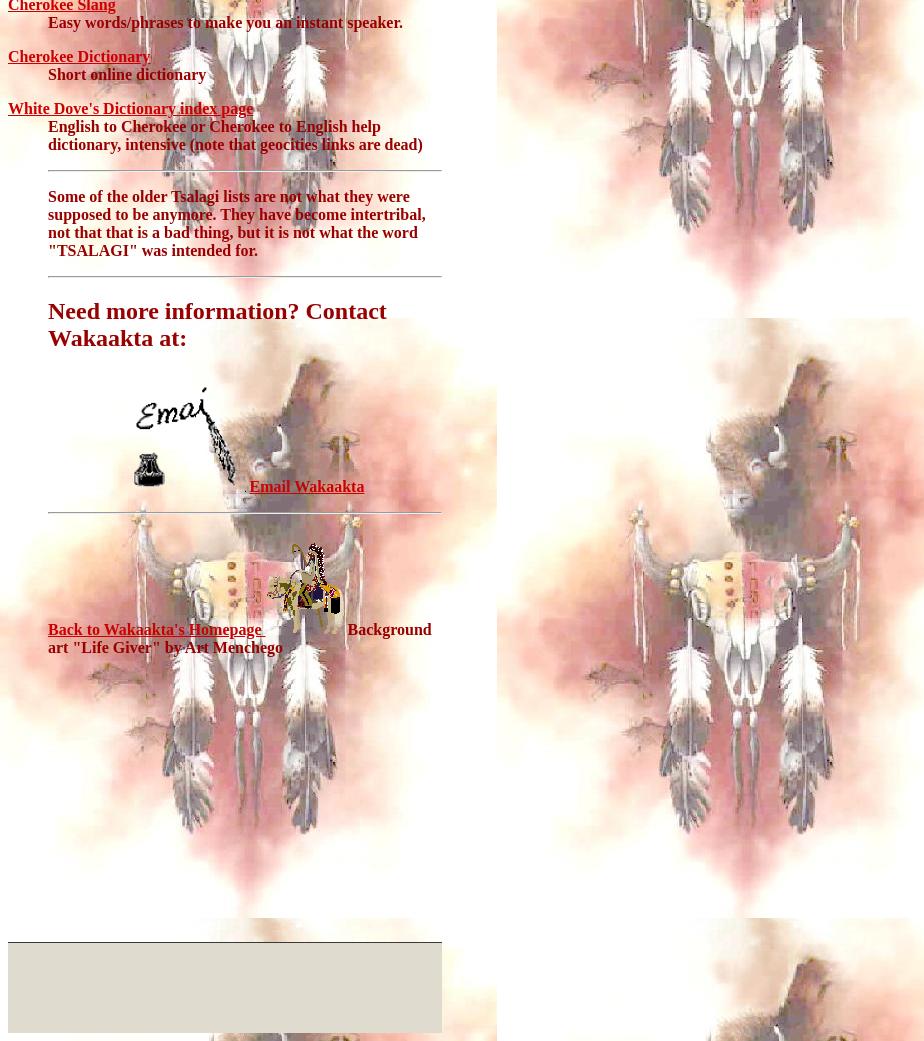 The height and width of the screenshot is (1041, 924). I want to click on 'Need more information? Contact Wakaakta at:', so click(216, 324).